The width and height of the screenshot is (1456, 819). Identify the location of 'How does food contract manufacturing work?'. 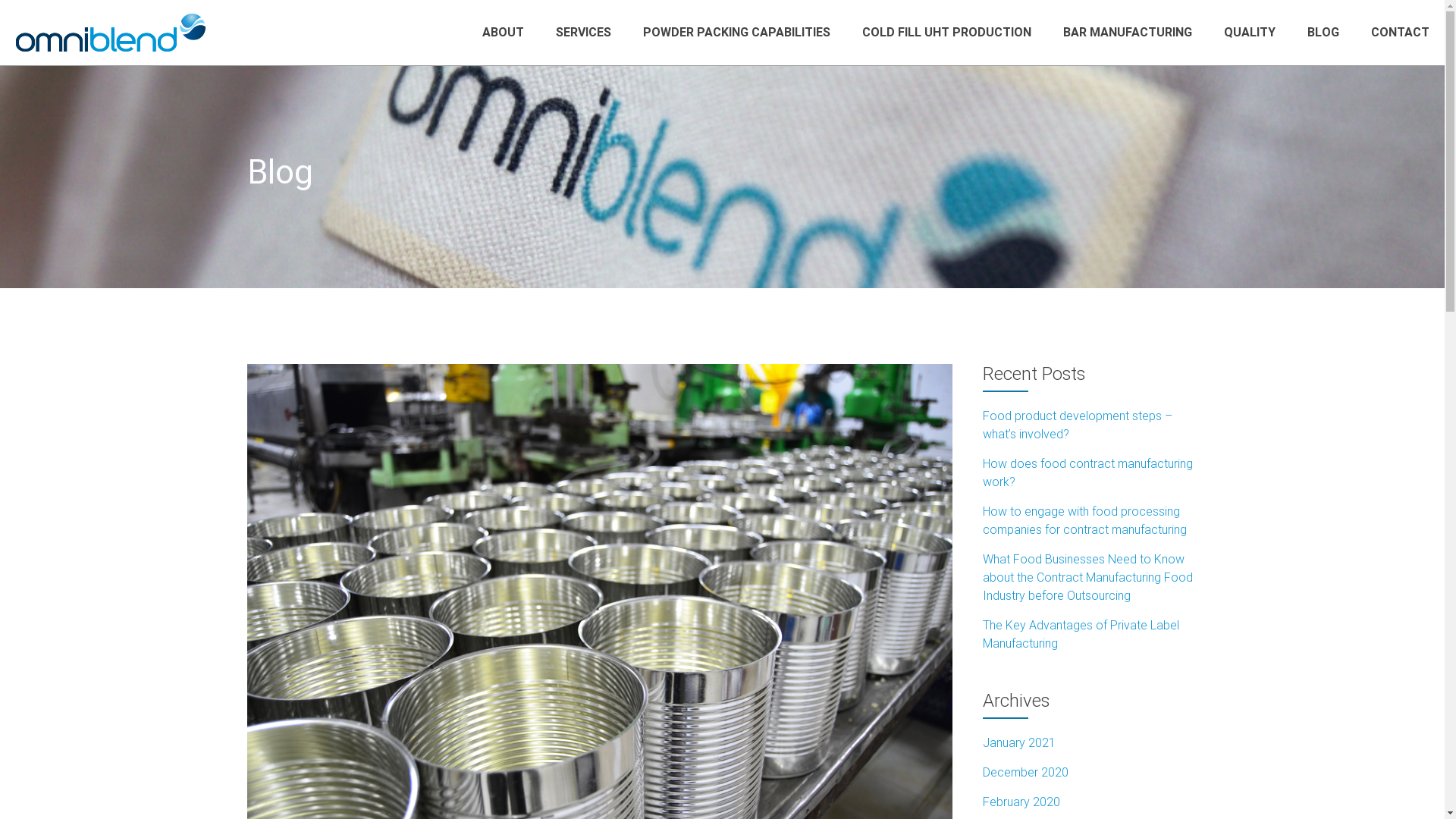
(1087, 472).